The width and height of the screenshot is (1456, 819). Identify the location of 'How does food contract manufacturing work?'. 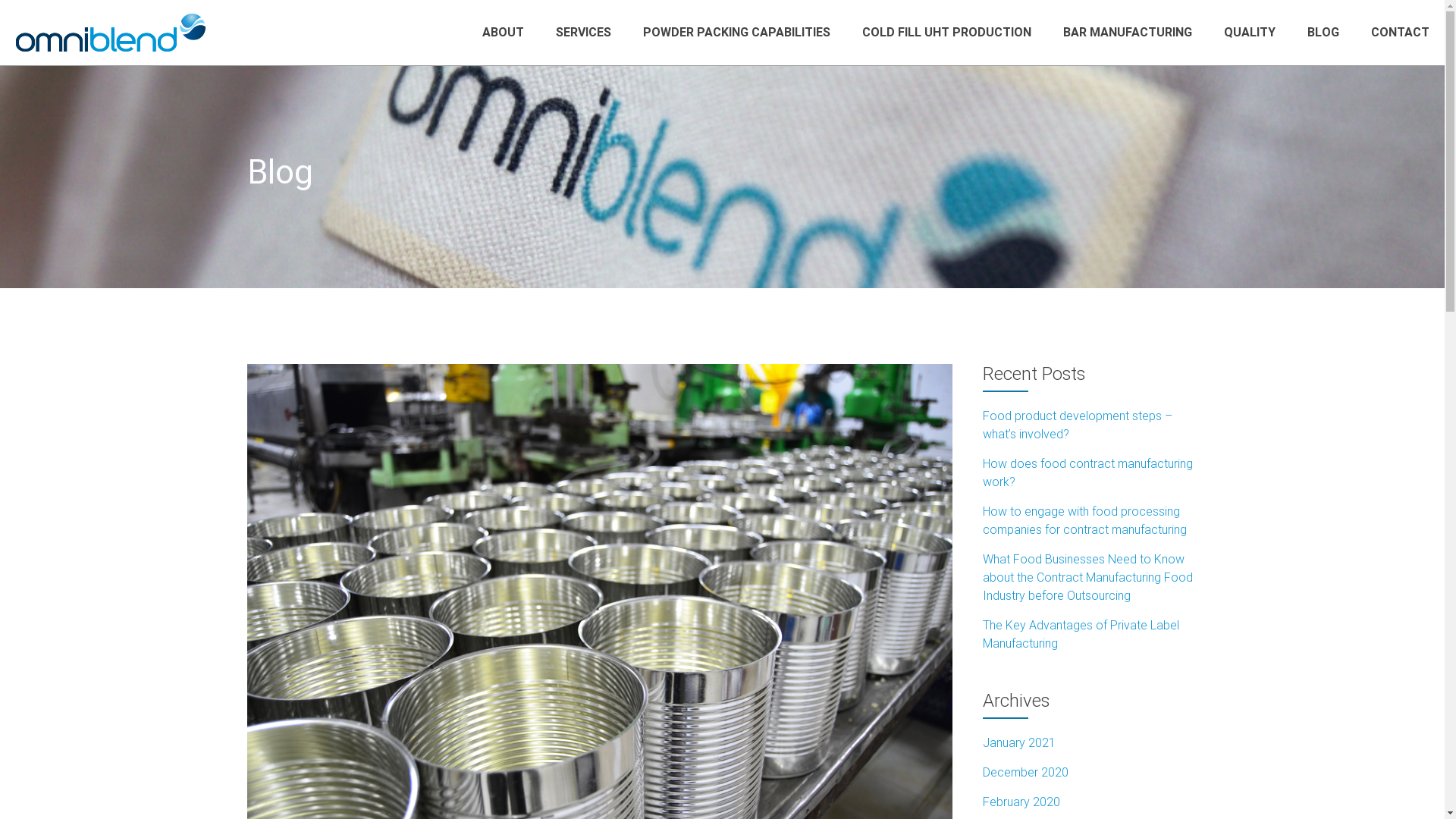
(1087, 472).